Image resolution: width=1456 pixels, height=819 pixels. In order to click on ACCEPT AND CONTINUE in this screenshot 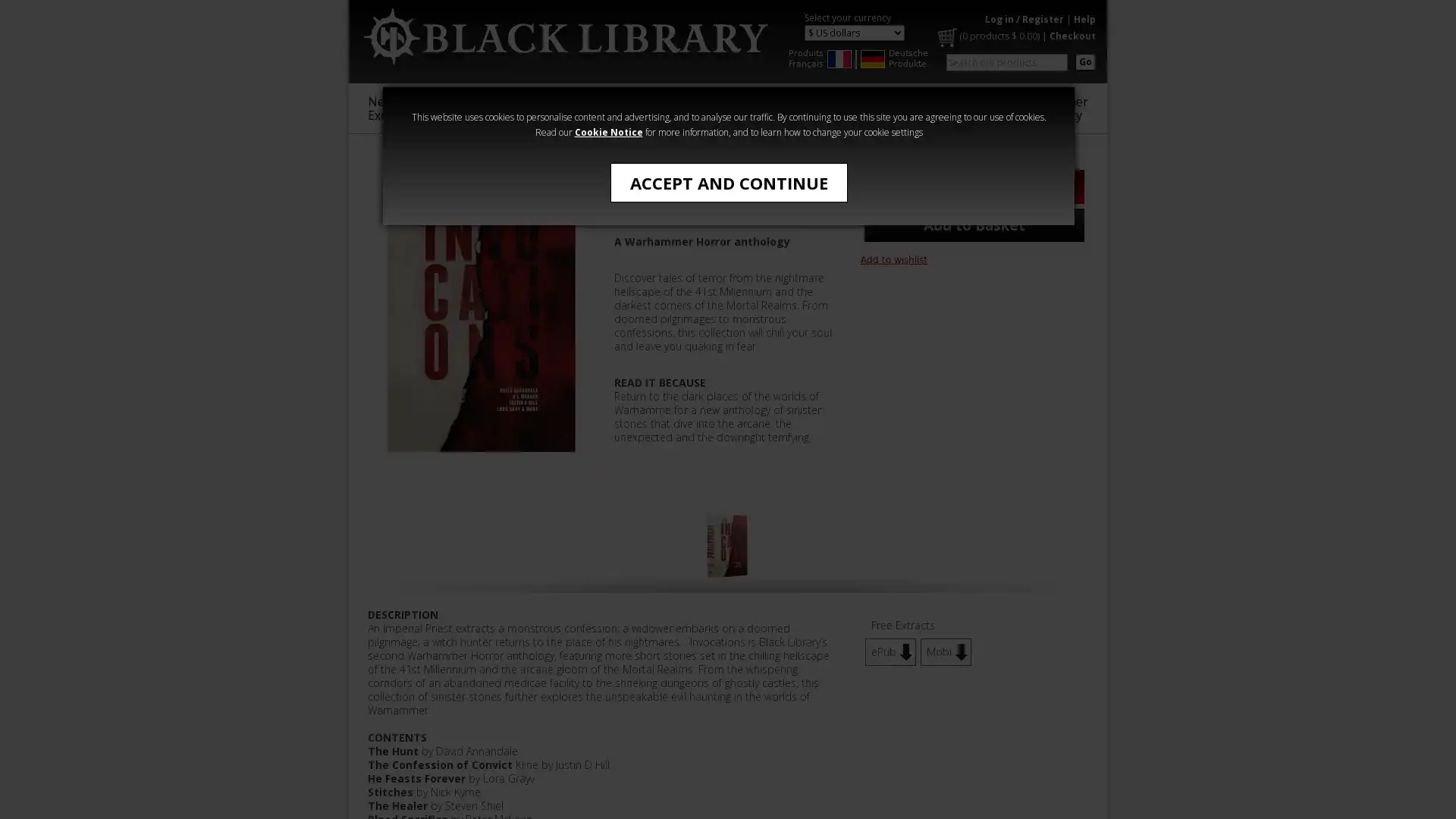, I will do `click(728, 181)`.